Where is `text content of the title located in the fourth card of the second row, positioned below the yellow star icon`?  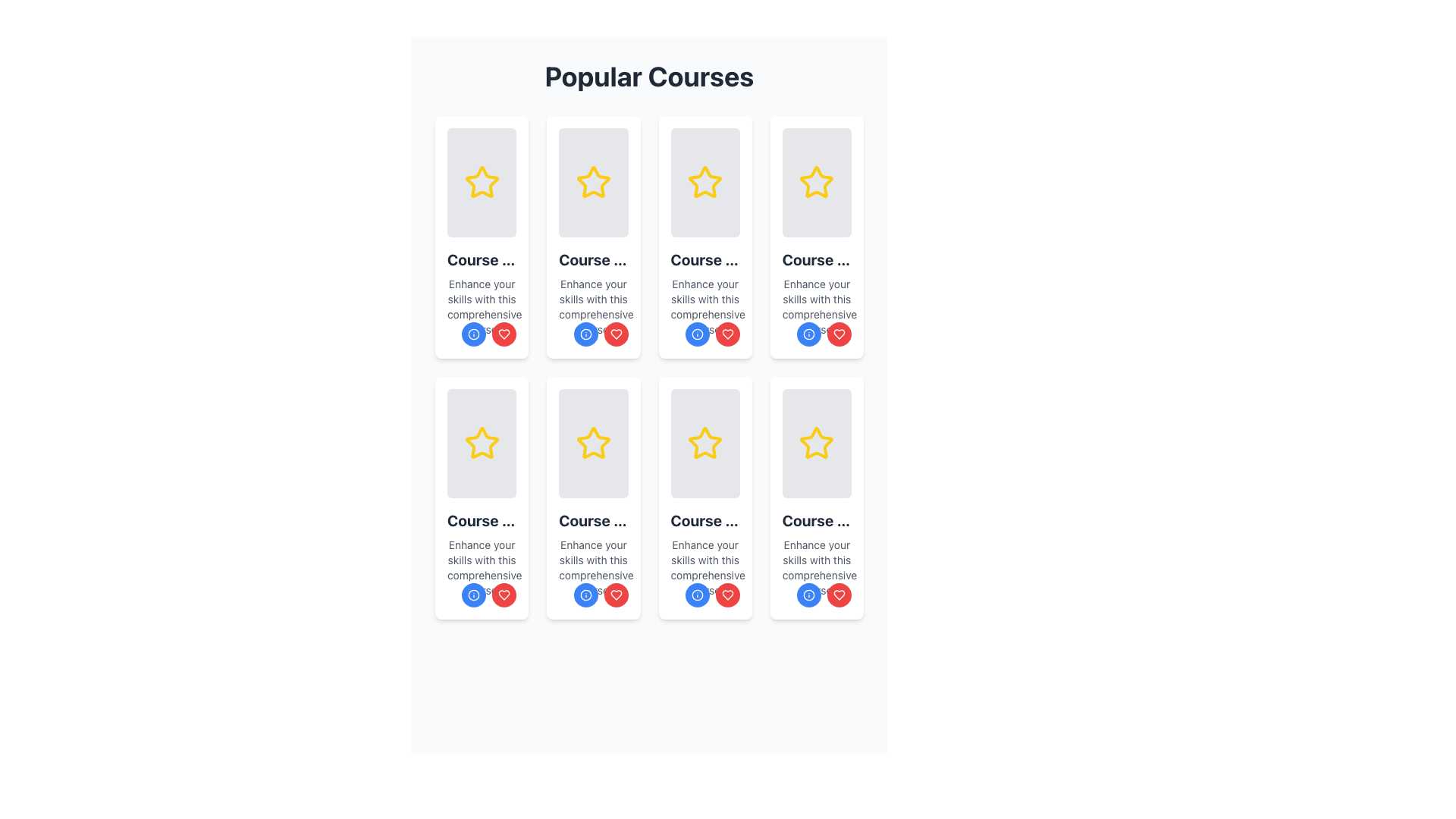
text content of the title located in the fourth card of the second row, positioned below the yellow star icon is located at coordinates (816, 519).